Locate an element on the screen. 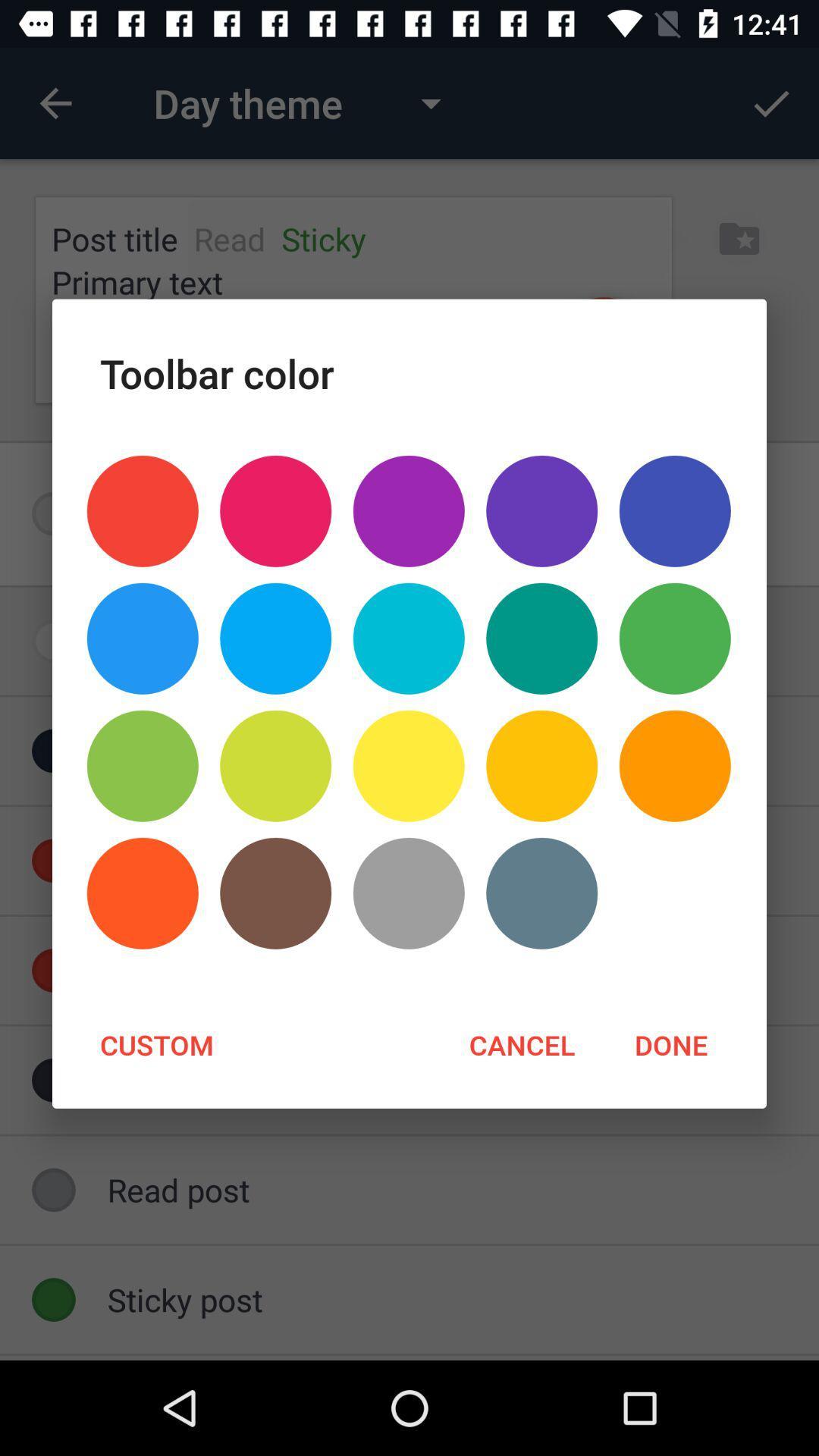  the item to the left of the done icon is located at coordinates (521, 1043).